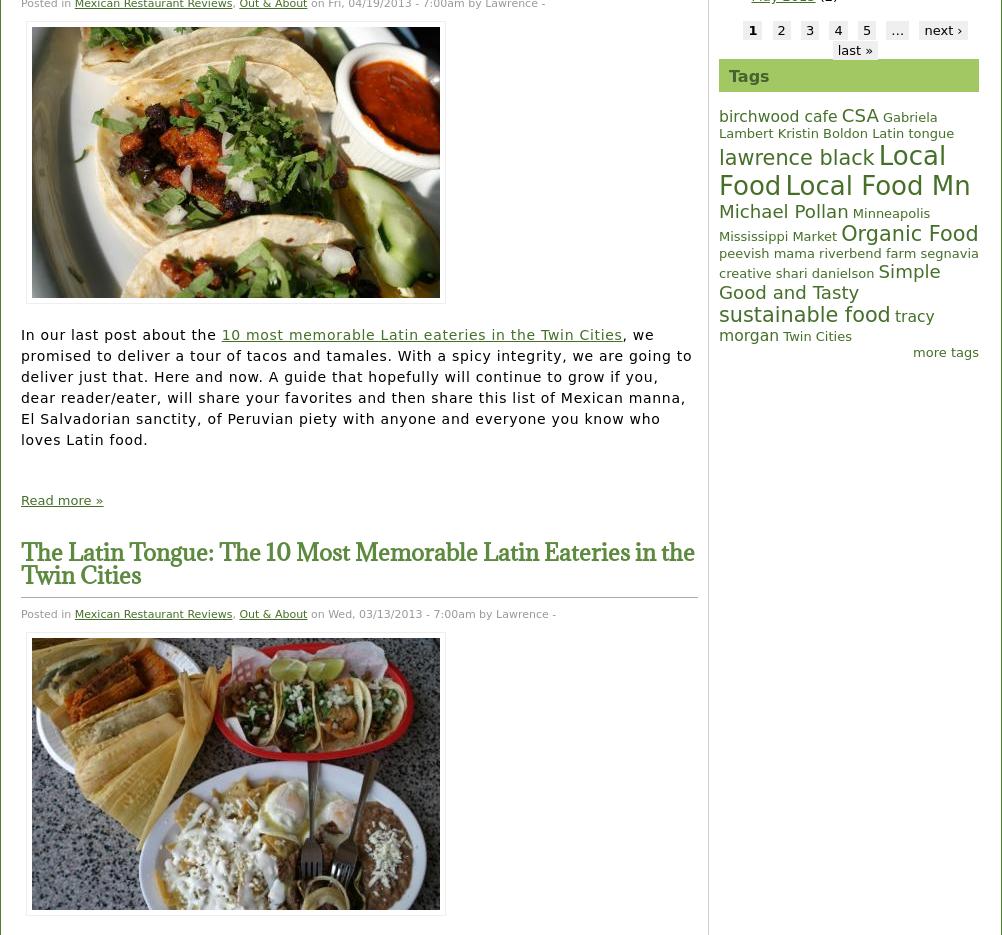 This screenshot has width=1002, height=935. Describe the element at coordinates (913, 133) in the screenshot. I see `'Latin tongue'` at that location.